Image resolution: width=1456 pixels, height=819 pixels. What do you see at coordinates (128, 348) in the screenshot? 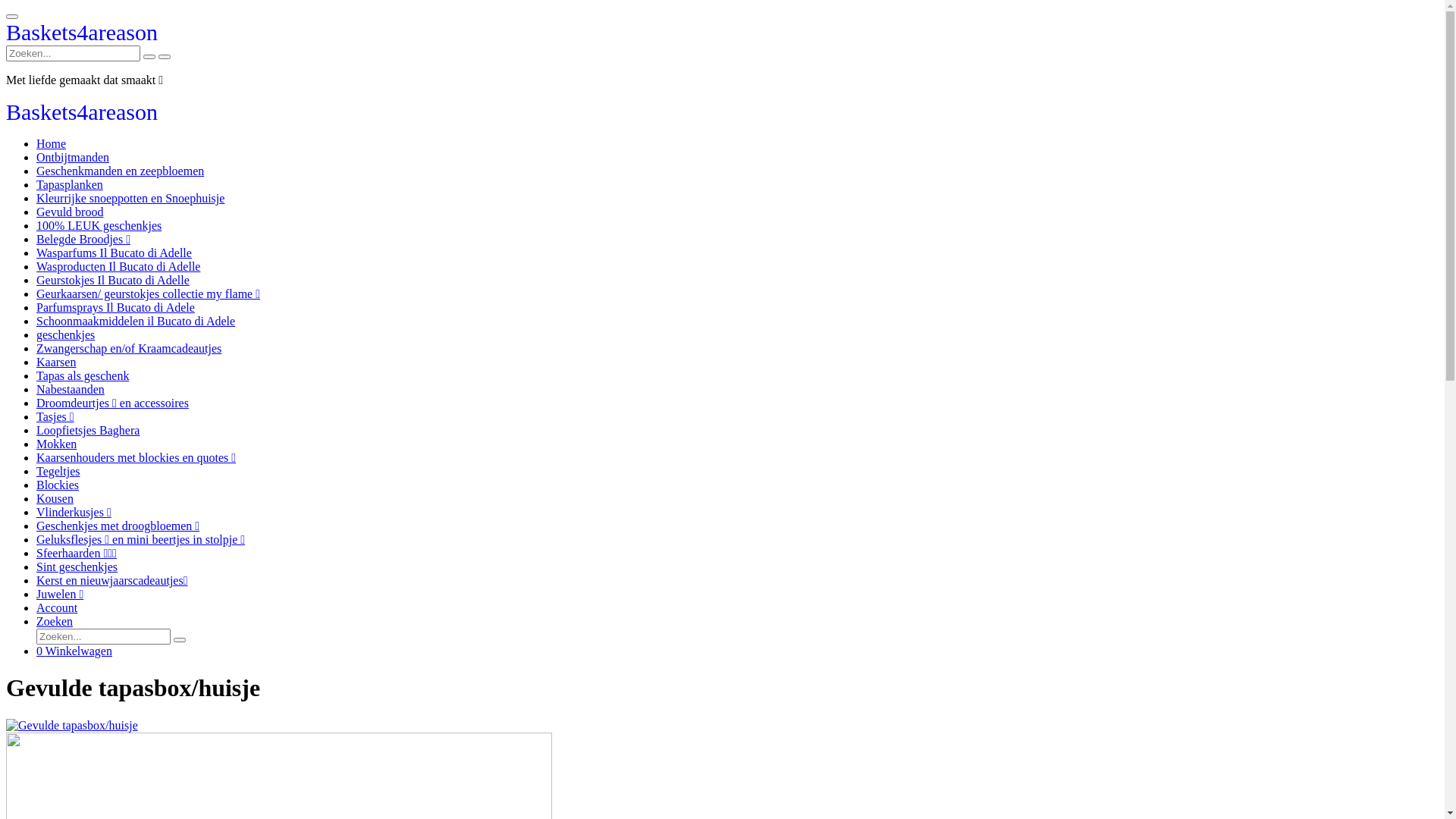
I see `'Zwangerschap en/of Kraamcadeautjes'` at bounding box center [128, 348].